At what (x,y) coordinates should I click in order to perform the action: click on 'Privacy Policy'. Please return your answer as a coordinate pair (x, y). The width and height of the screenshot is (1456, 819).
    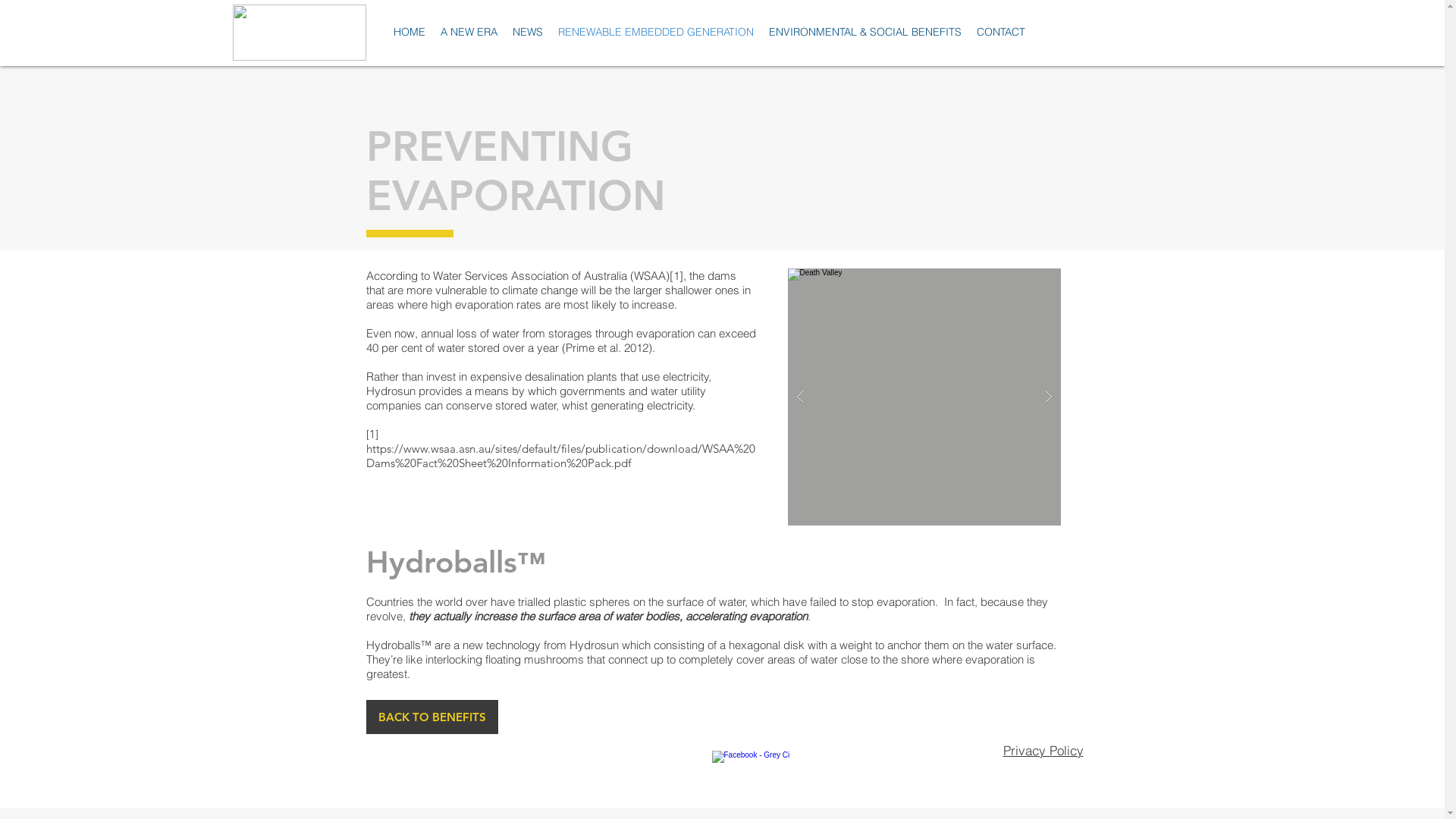
    Looking at the image, I should click on (1041, 749).